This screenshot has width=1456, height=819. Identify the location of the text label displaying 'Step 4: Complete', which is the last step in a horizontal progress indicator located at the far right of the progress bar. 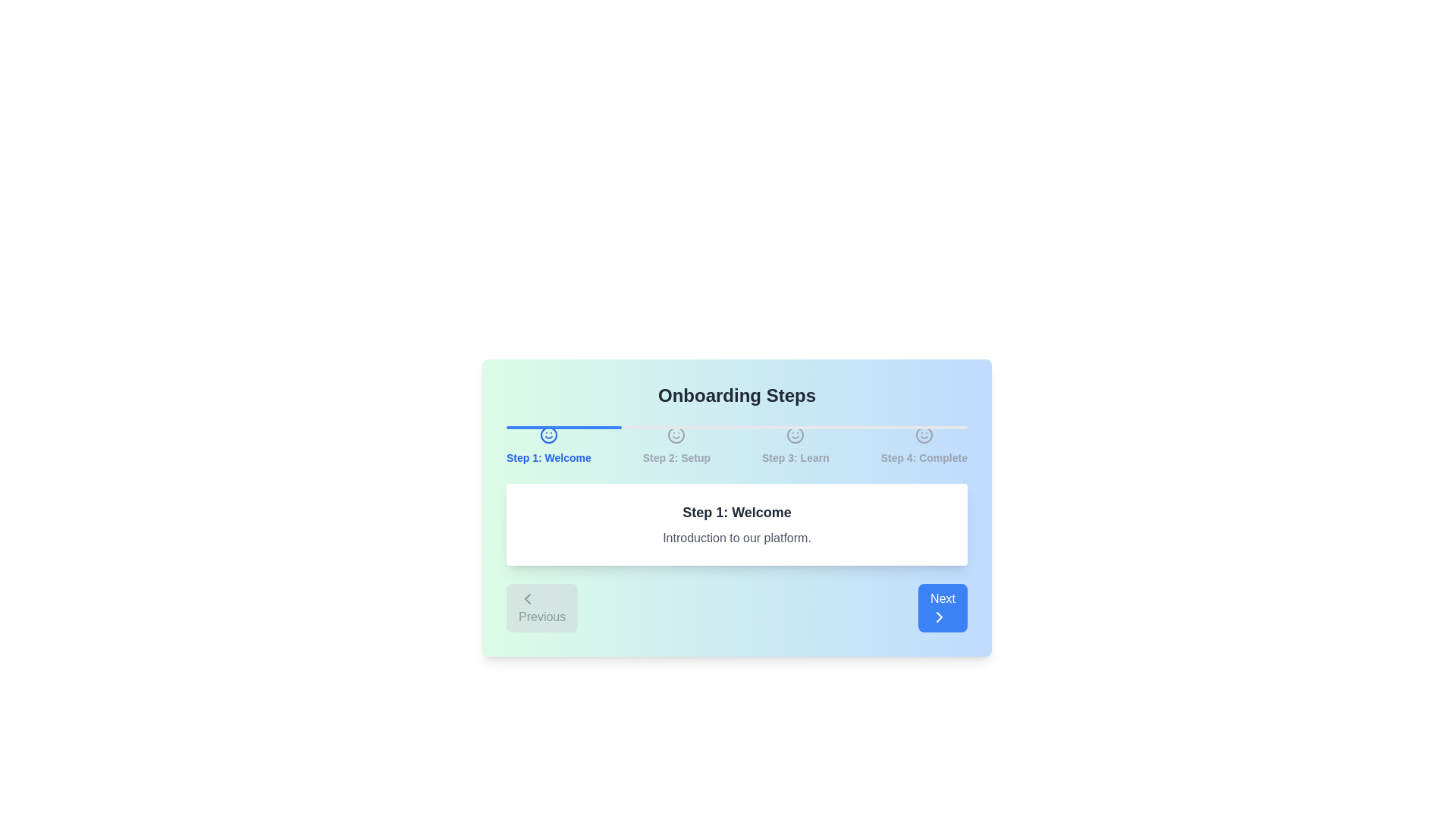
(923, 457).